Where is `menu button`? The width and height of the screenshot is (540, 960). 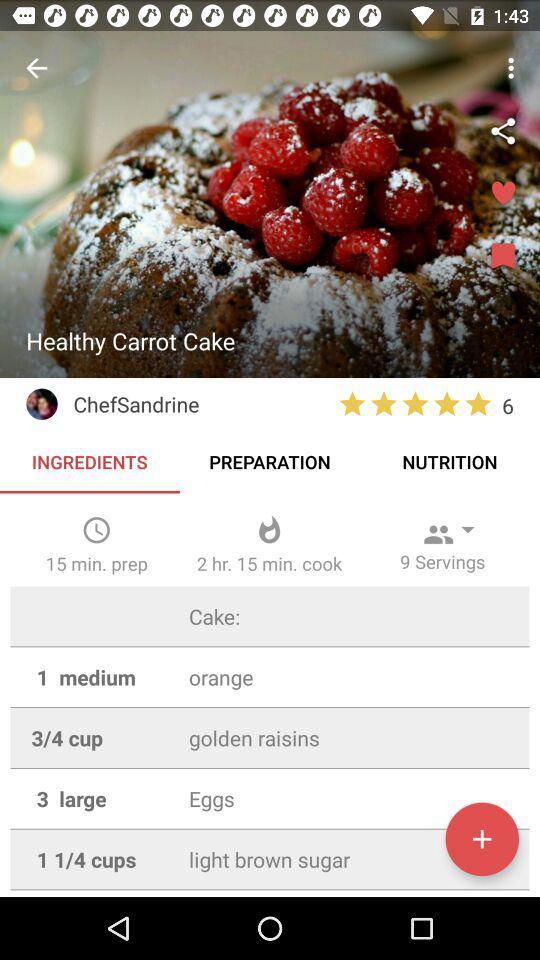
menu button is located at coordinates (502, 256).